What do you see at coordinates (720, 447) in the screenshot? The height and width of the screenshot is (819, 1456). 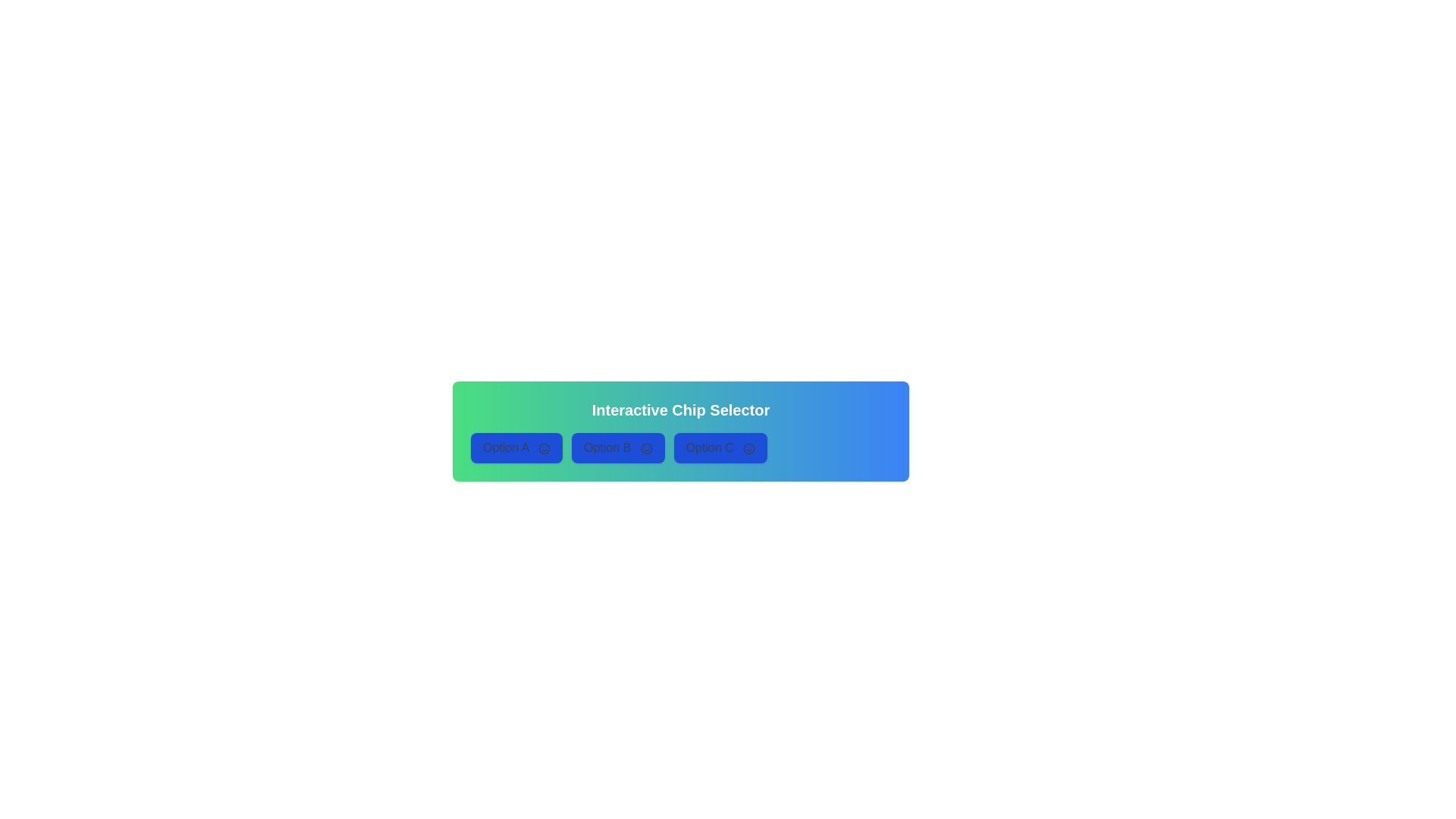 I see `the option Option C by clicking on its respective button` at bounding box center [720, 447].